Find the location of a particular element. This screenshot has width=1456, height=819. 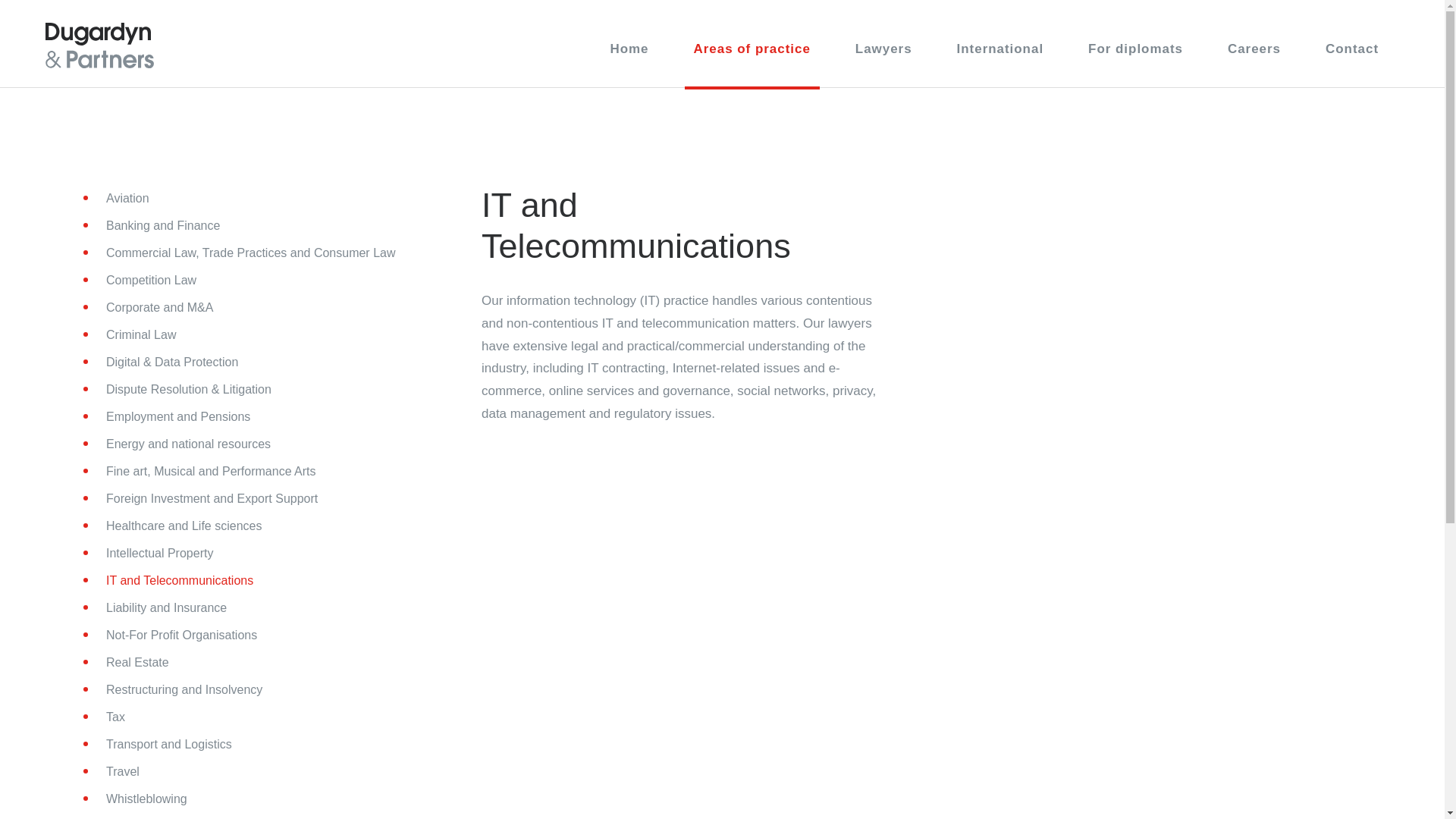

'Liability and Insurance' is located at coordinates (156, 607).